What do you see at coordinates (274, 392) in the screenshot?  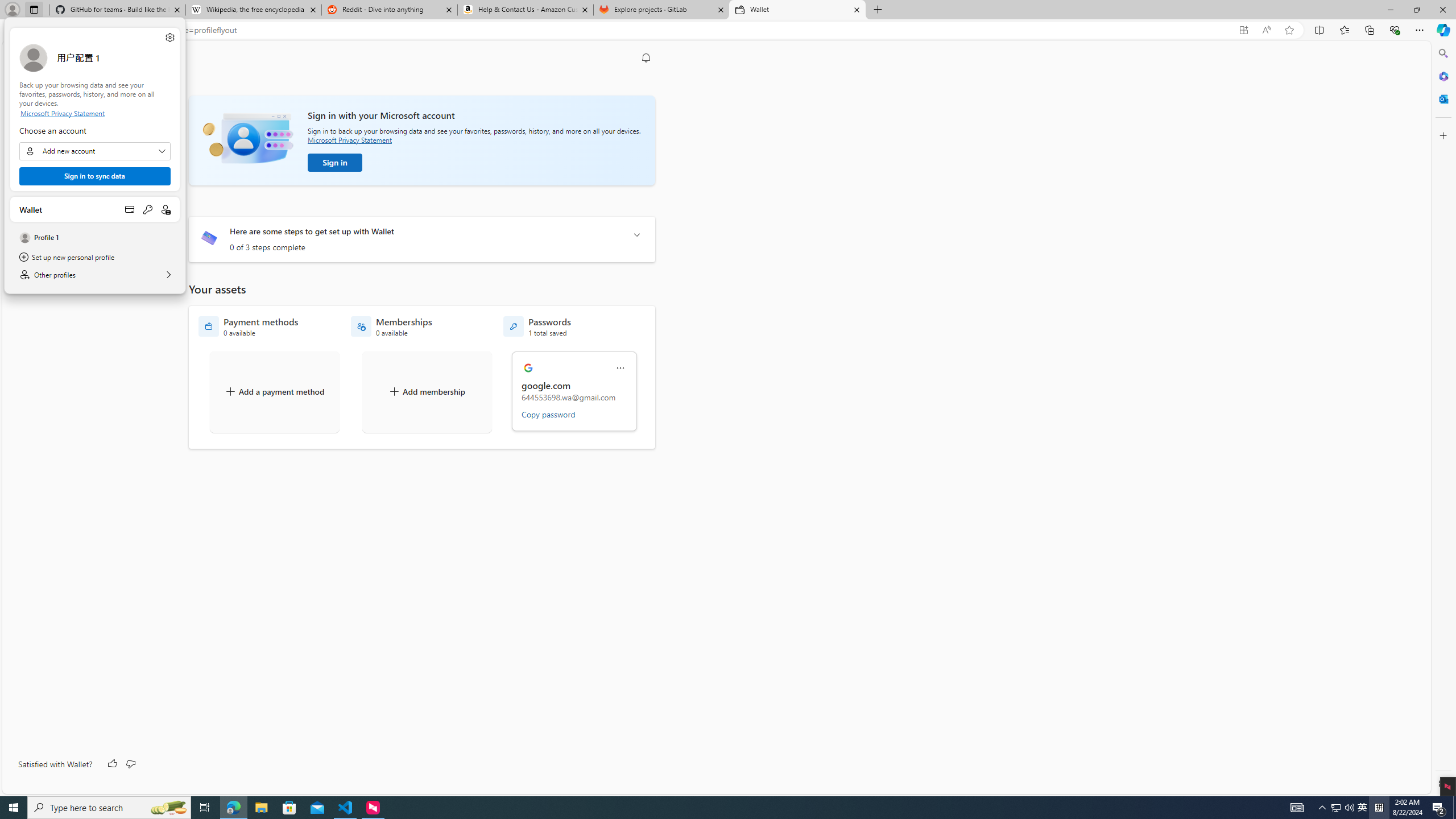 I see `'Add a payment method'` at bounding box center [274, 392].